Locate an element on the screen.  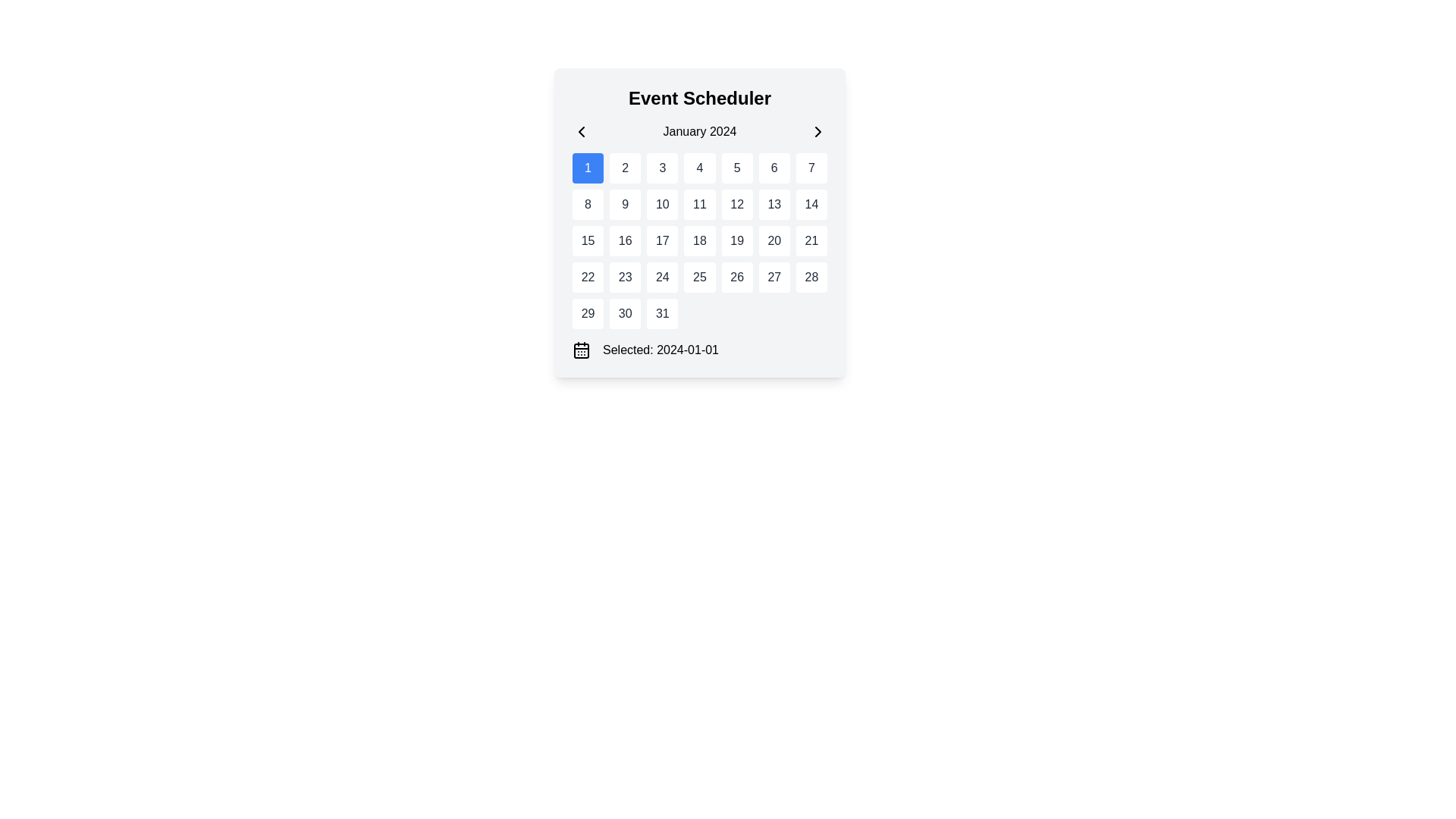
the square tile with a white background and the number '18' in dark grey font is located at coordinates (698, 240).